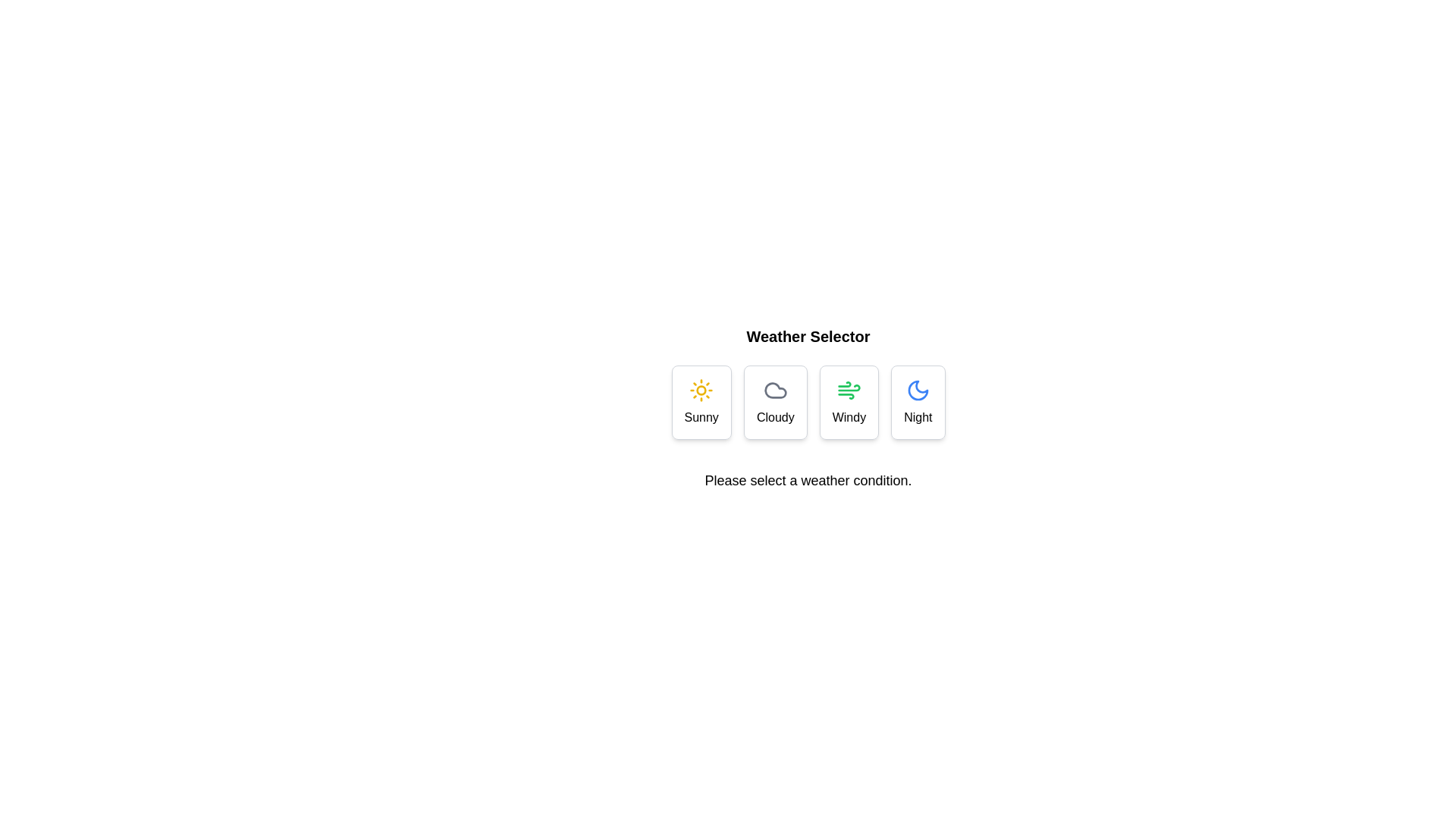 The height and width of the screenshot is (819, 1456). Describe the element at coordinates (917, 402) in the screenshot. I see `the 'Night' weather condition button, which is the fourth button in a horizontal sequence of weather condition options, located to the right of the 'Windy' button` at that location.